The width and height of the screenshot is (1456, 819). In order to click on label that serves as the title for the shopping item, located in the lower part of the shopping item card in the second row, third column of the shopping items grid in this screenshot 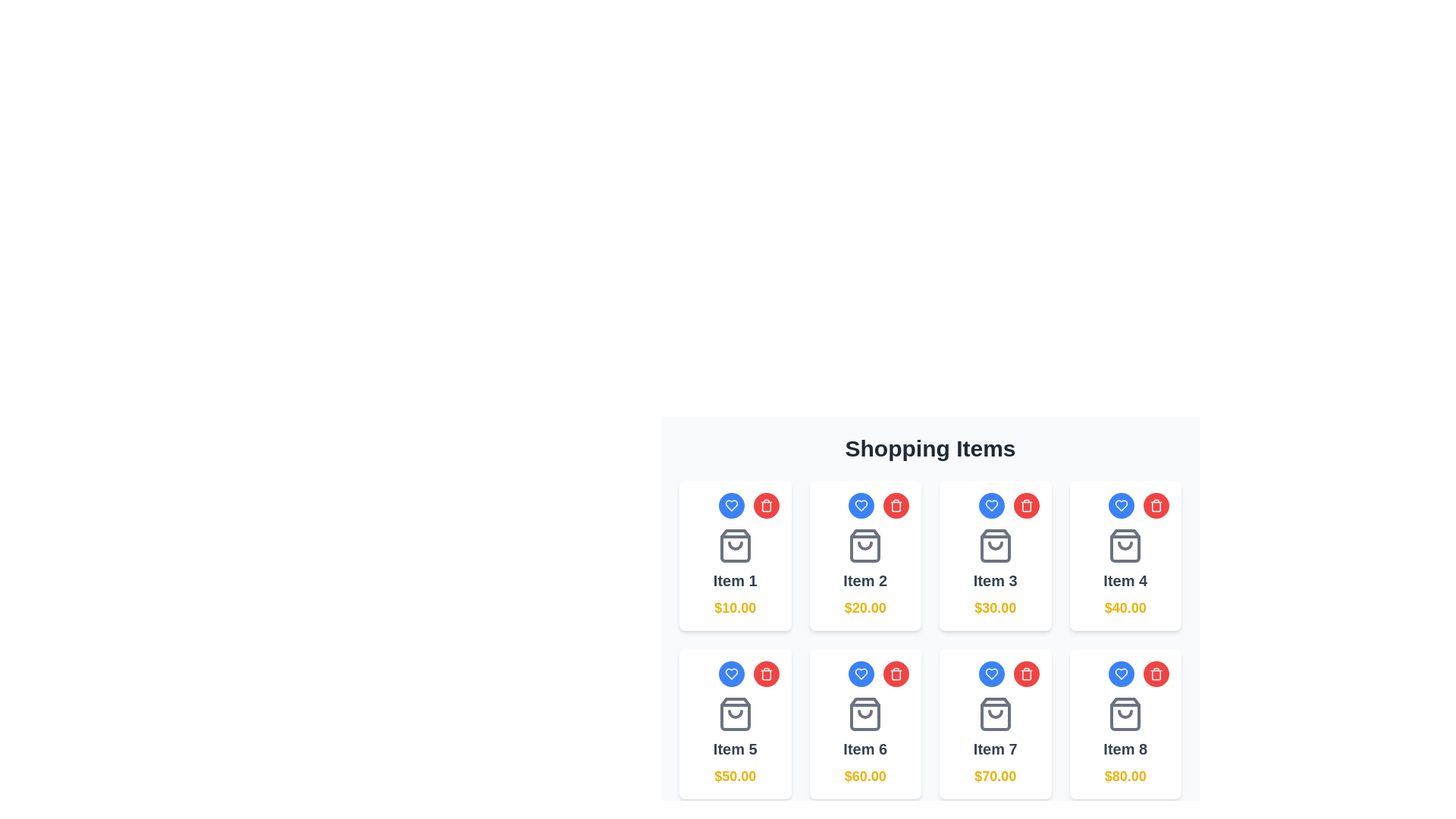, I will do `click(865, 748)`.